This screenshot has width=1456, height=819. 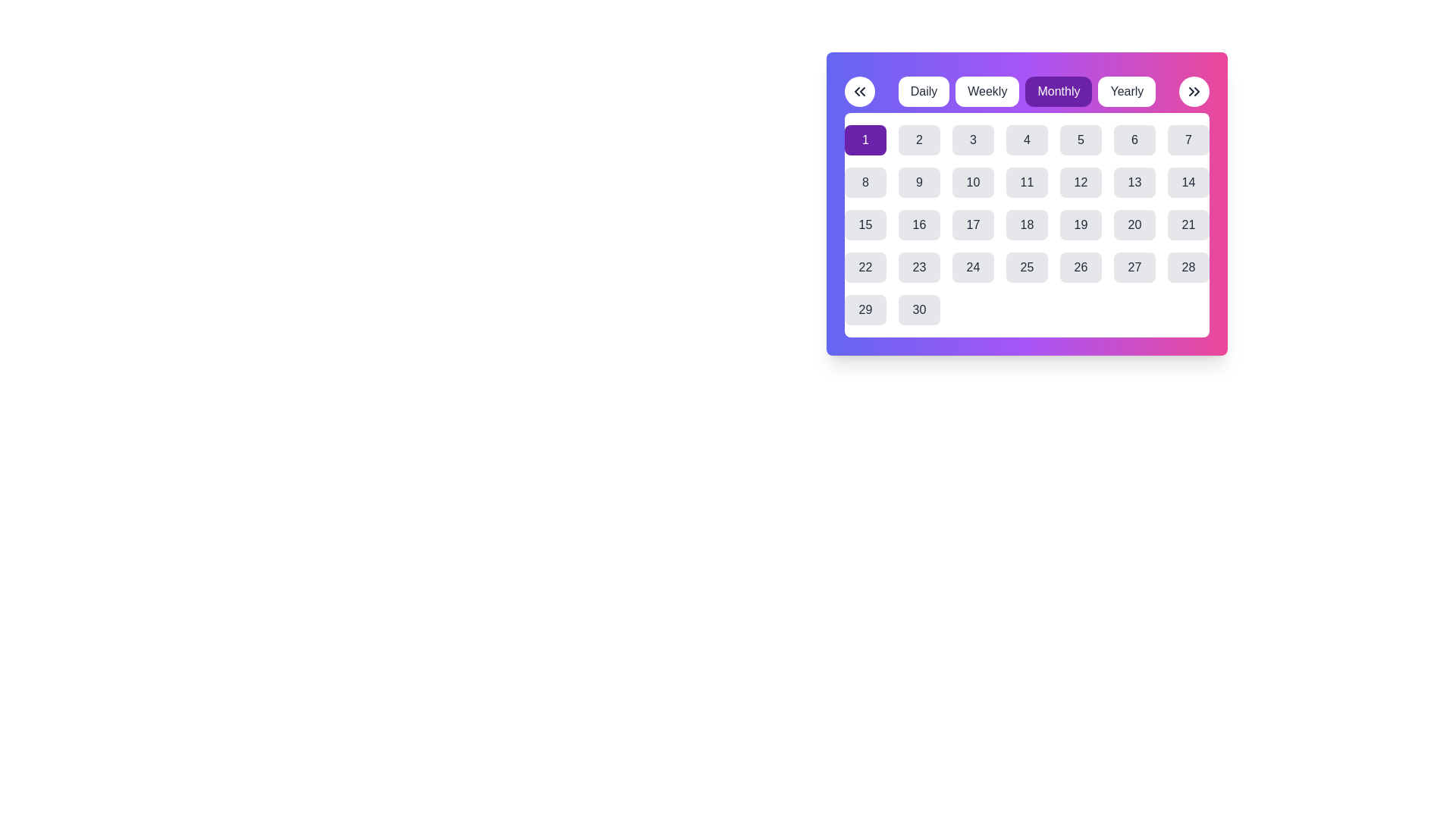 What do you see at coordinates (918, 140) in the screenshot?
I see `the button displaying the number '2' in black text within a light gray rounded rectangular box` at bounding box center [918, 140].